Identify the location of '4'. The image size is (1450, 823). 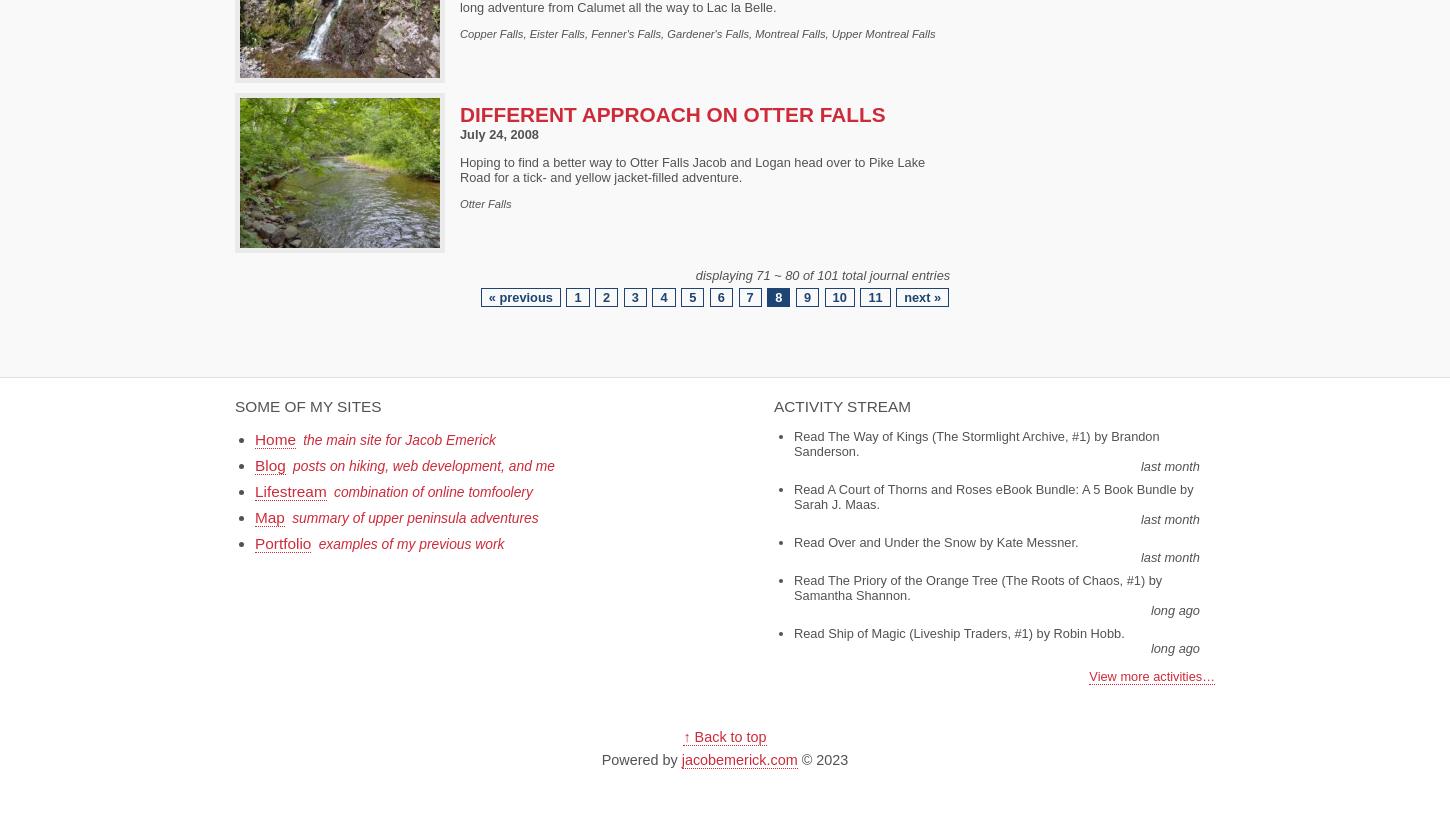
(662, 297).